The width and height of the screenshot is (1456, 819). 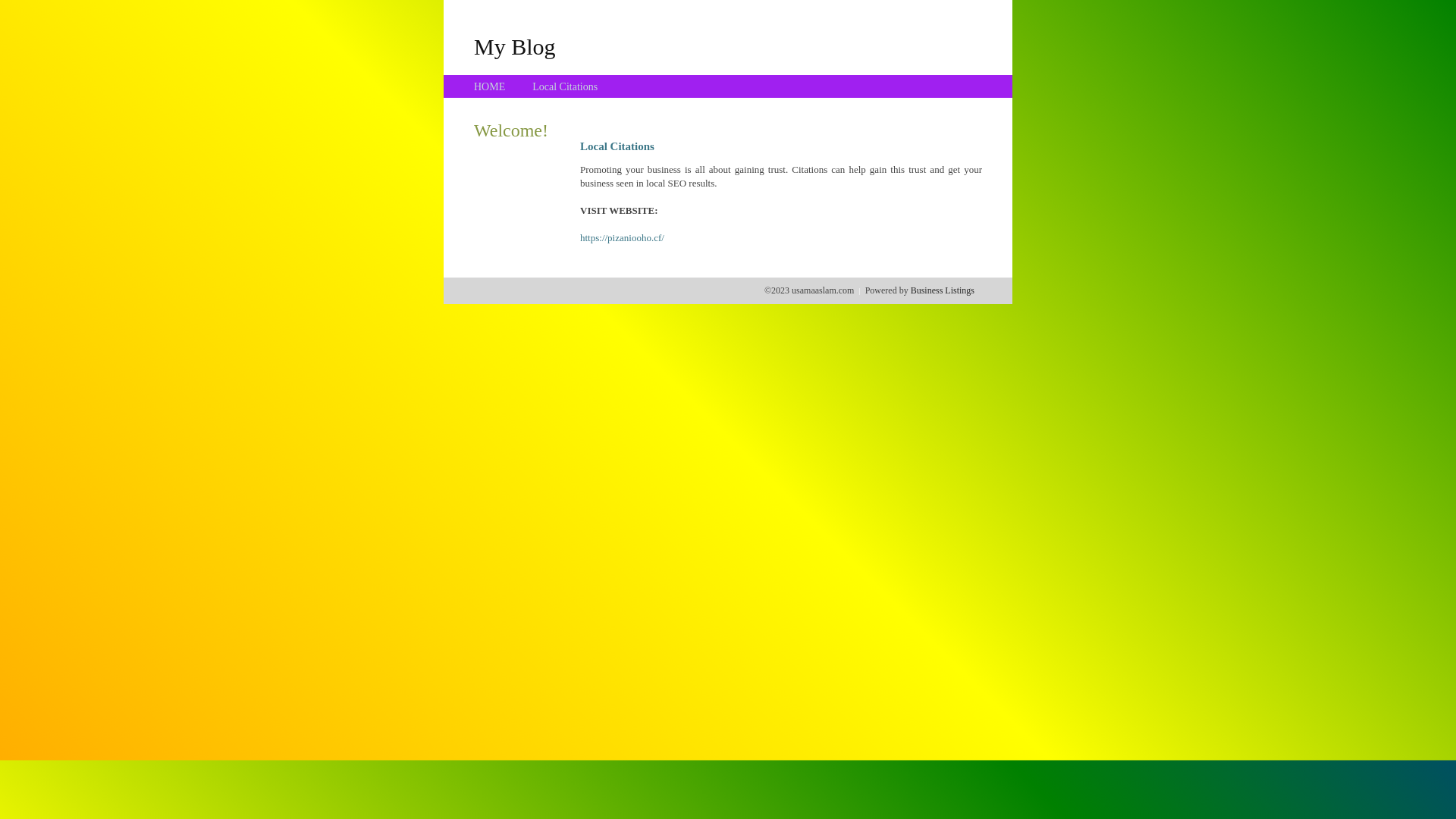 I want to click on 'https://pizaniooho.cf/', so click(x=622, y=237).